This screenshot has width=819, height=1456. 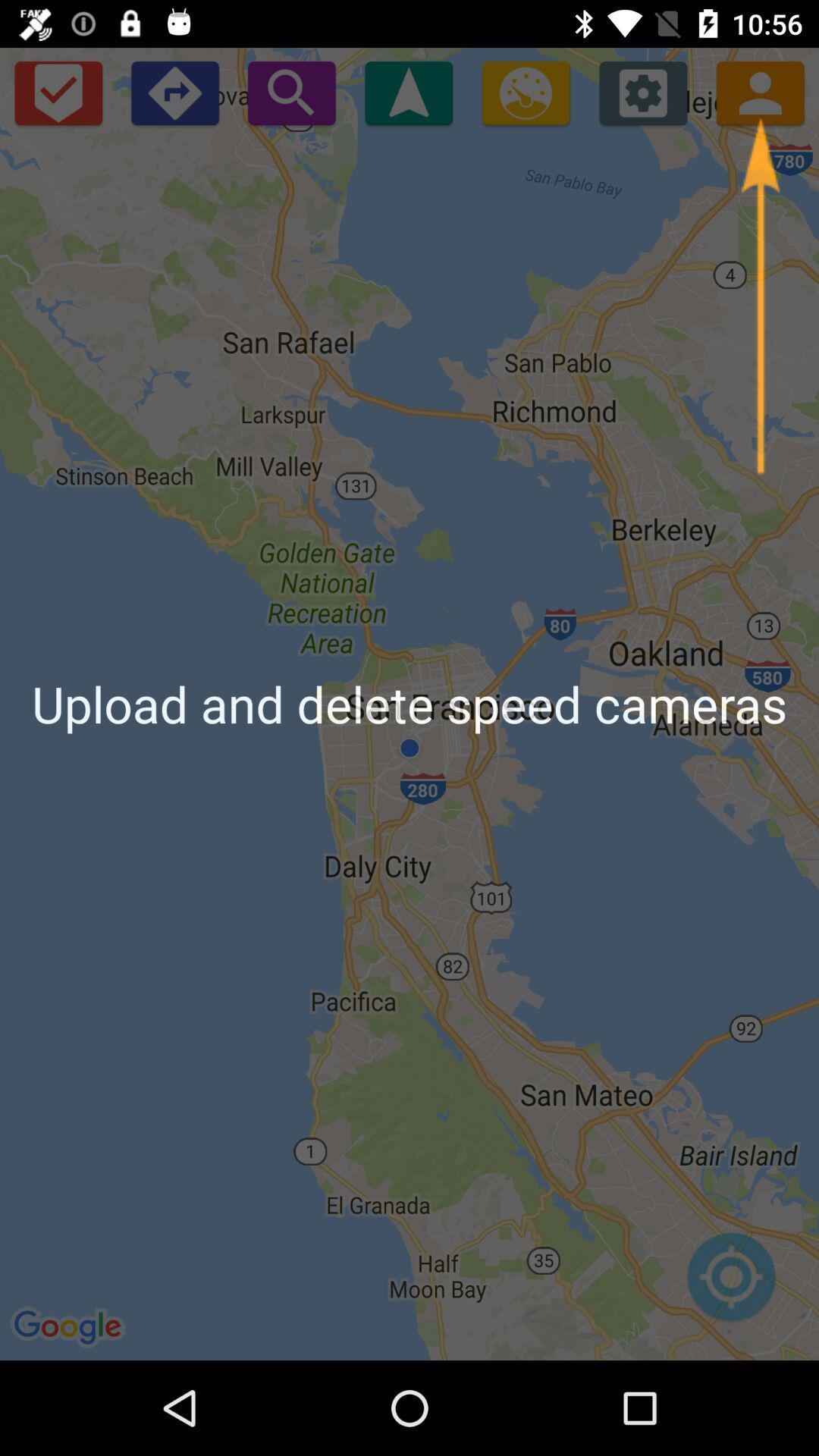 I want to click on open account tab, so click(x=760, y=92).